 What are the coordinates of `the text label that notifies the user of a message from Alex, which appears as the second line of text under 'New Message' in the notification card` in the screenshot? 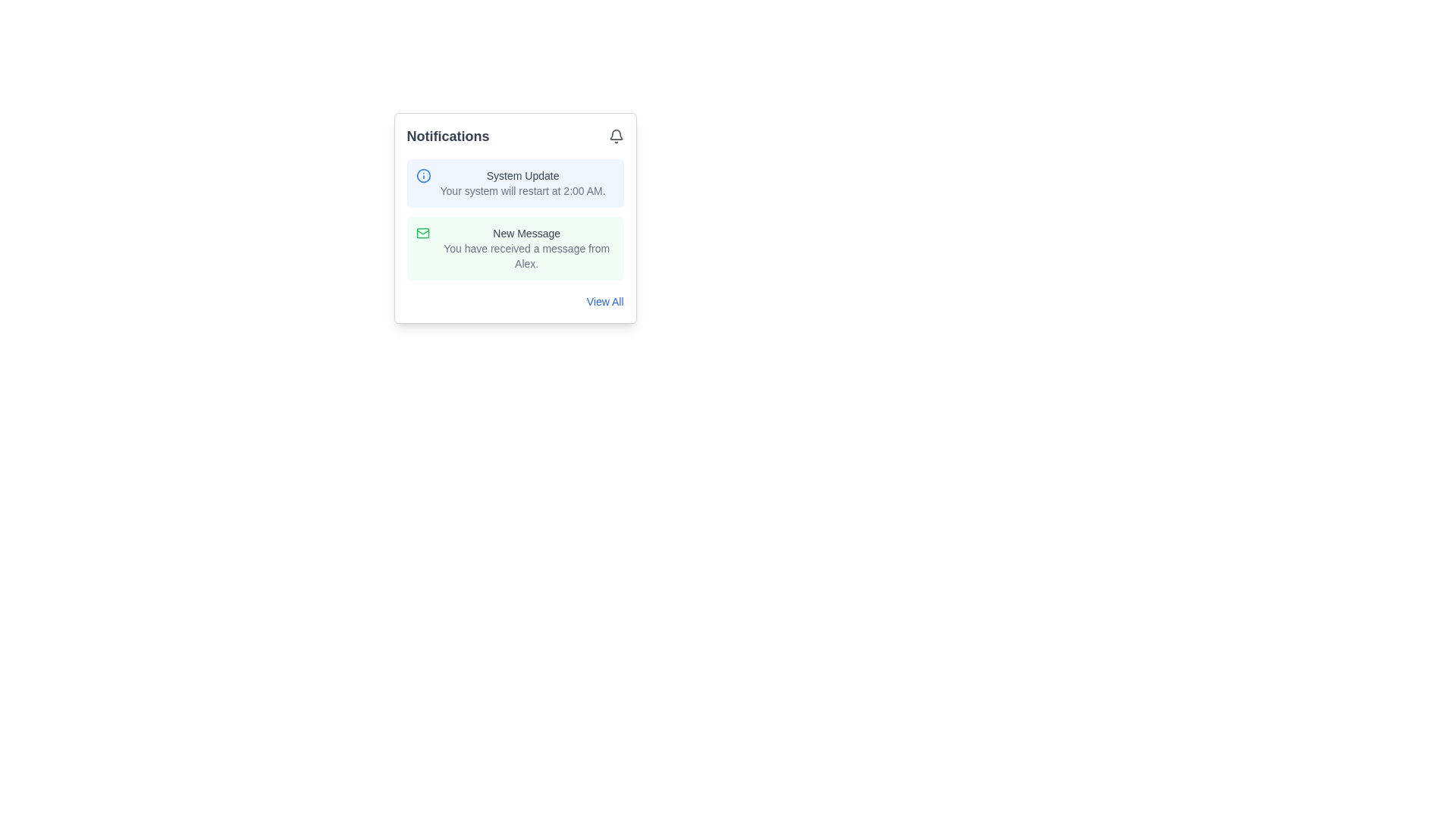 It's located at (526, 256).